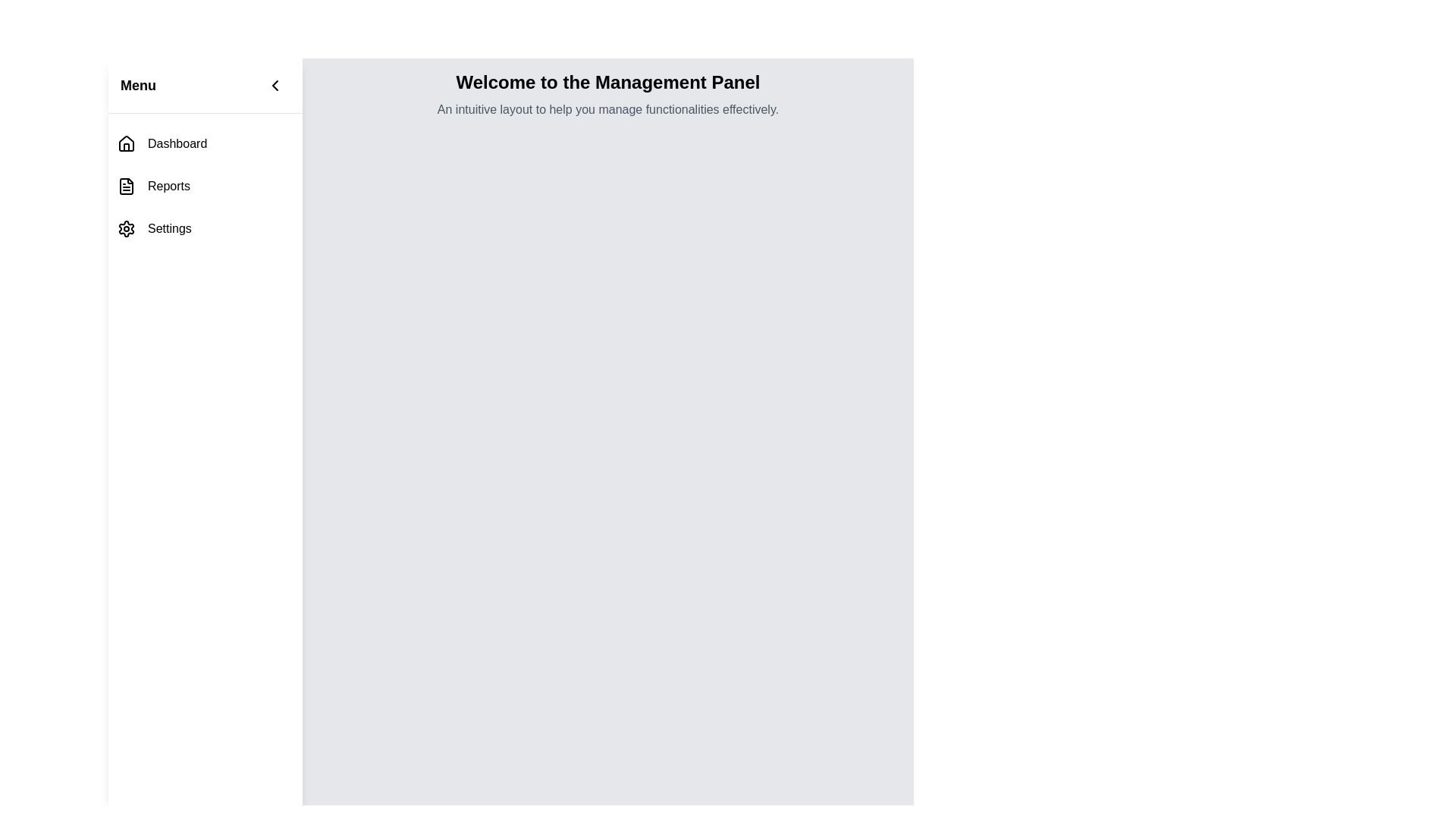 The height and width of the screenshot is (819, 1456). Describe the element at coordinates (177, 143) in the screenshot. I see `the 'Dashboard' text label in the vertical menu, which is styled in black, sans-serif font and located next to a house icon` at that location.